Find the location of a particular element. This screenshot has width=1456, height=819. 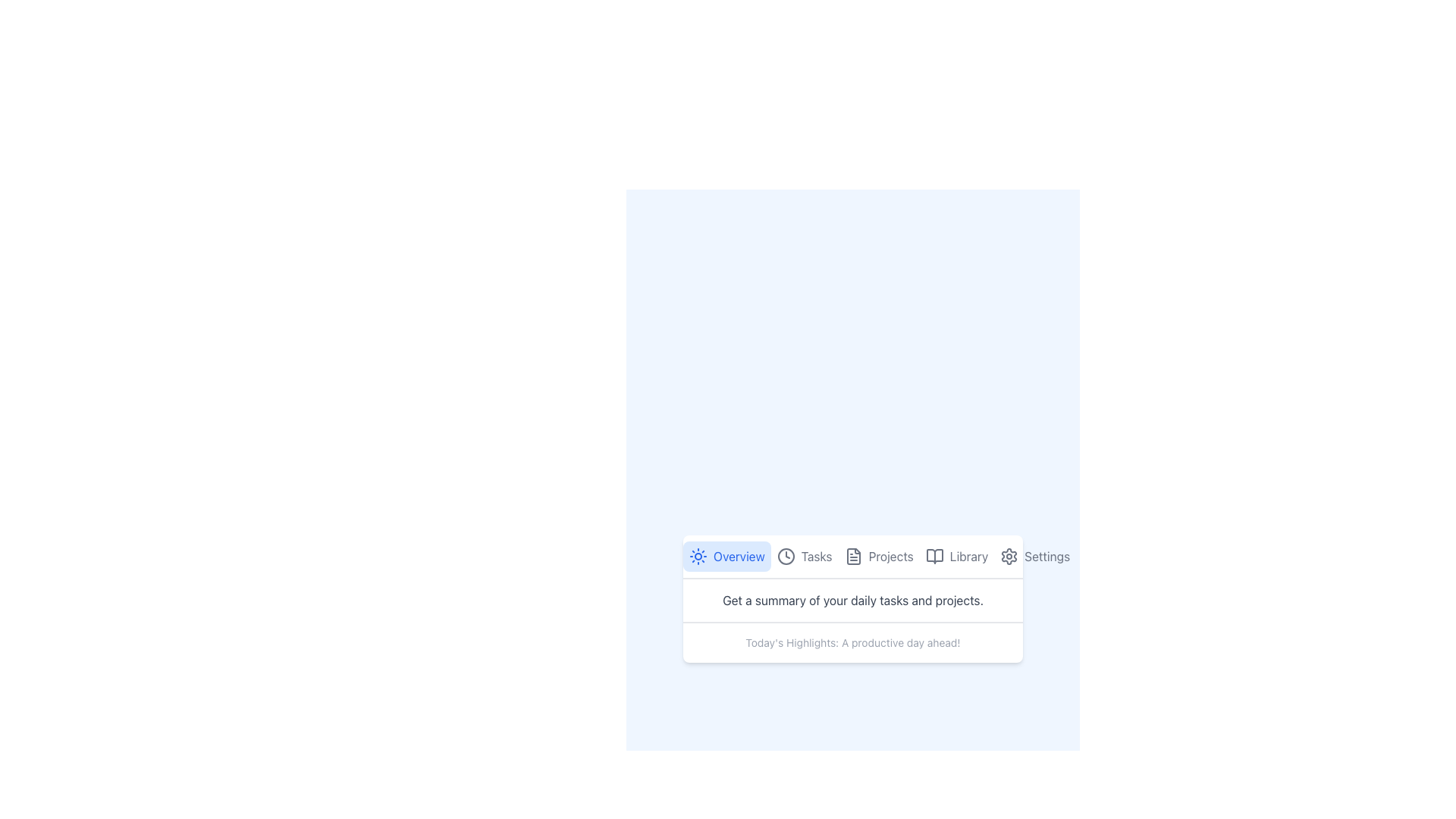

the cogwheel icon located at the far-right side of the horizontal navigation bar is located at coordinates (1009, 556).